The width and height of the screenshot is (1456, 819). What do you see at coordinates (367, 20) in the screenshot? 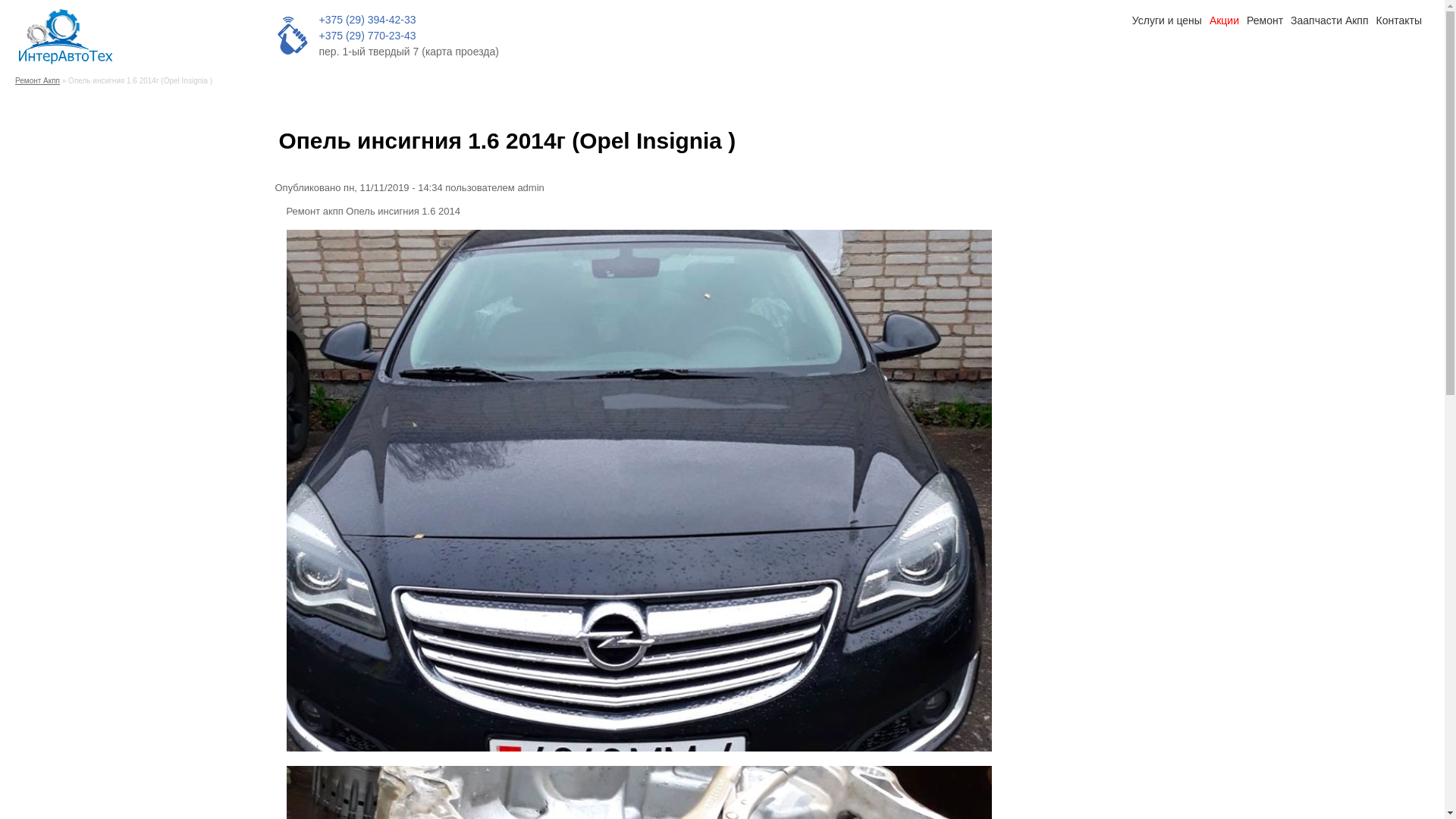
I see `'+375 (29) 394-42-33'` at bounding box center [367, 20].